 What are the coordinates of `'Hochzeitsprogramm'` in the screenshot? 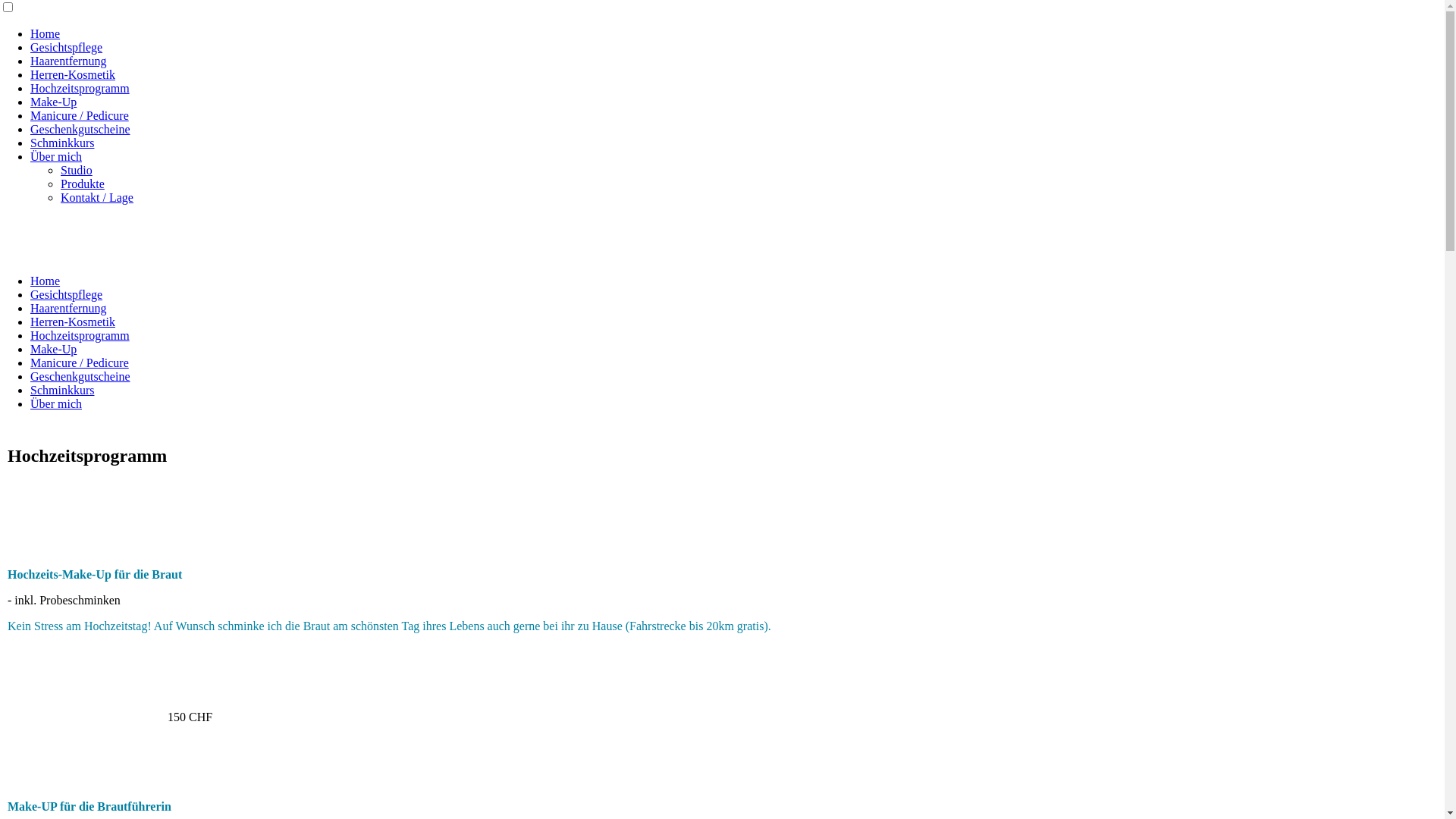 It's located at (79, 88).